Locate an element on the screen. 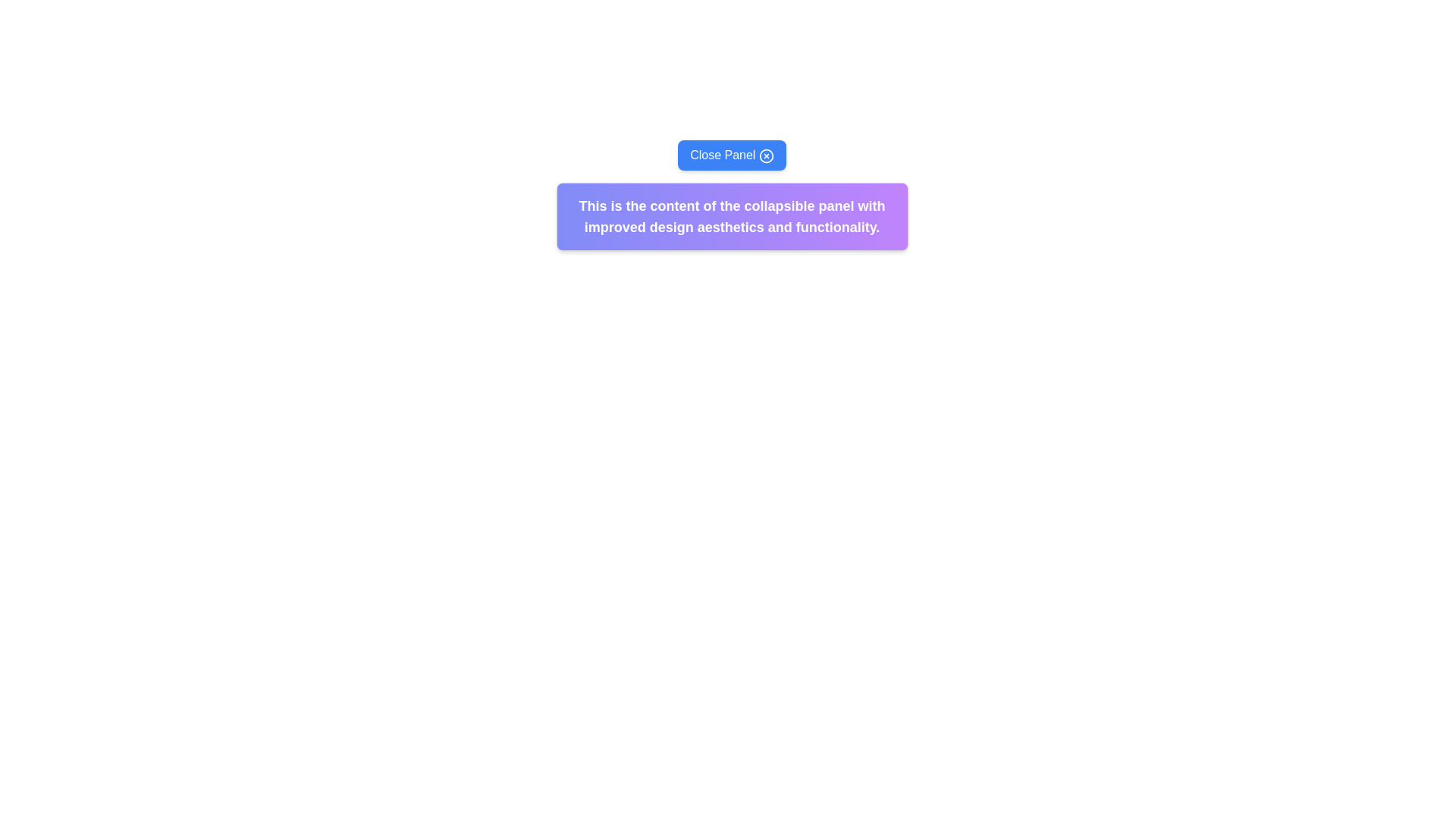  the SVG circle element that represents part of the 'Close' icon, located in the top-right portion of the 'Close Panel' button area, for visual effects is located at coordinates (766, 155).